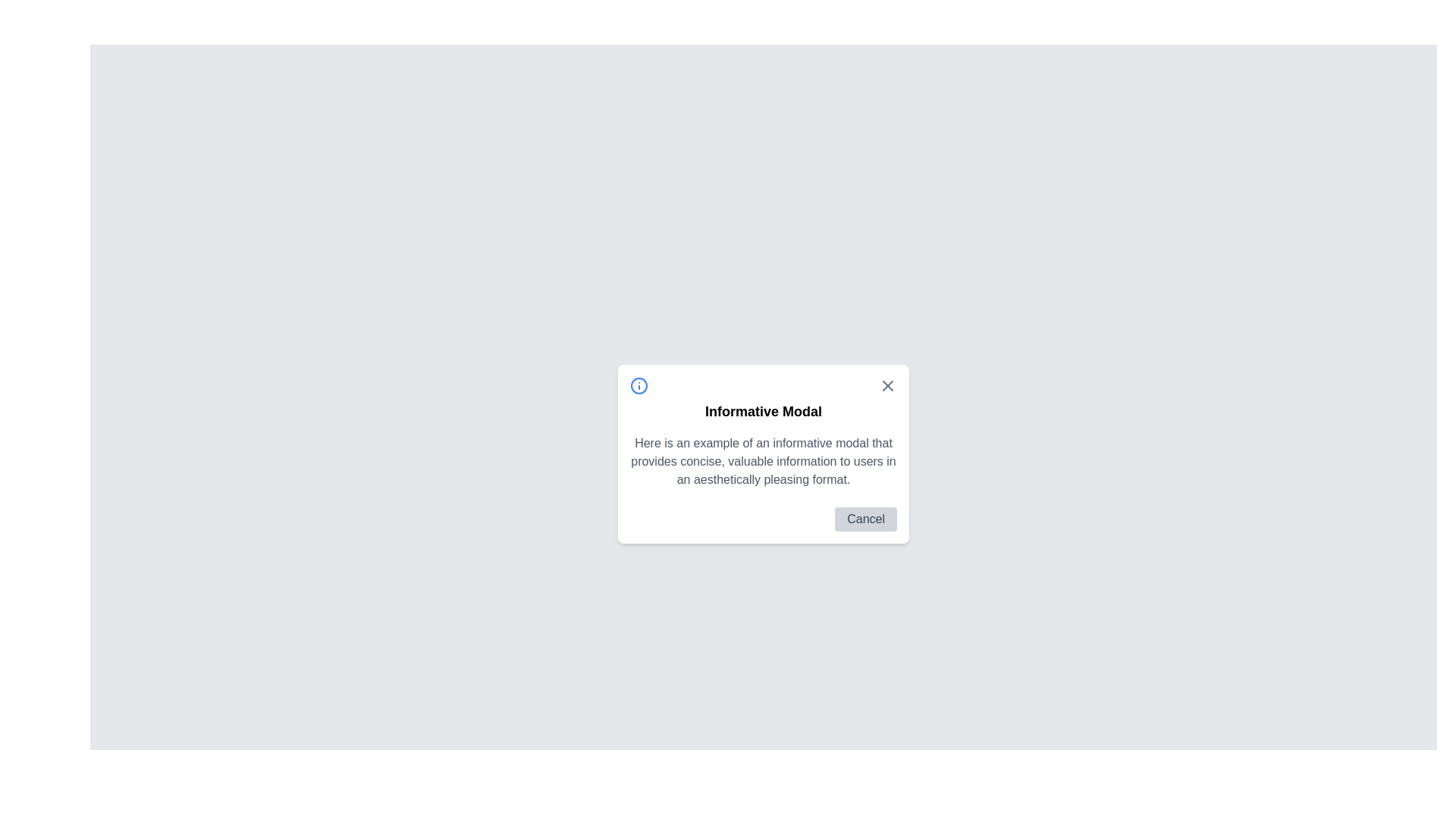  Describe the element at coordinates (866, 519) in the screenshot. I see `the cancel button located at the bottom-right corner of the modal dialog box` at that location.